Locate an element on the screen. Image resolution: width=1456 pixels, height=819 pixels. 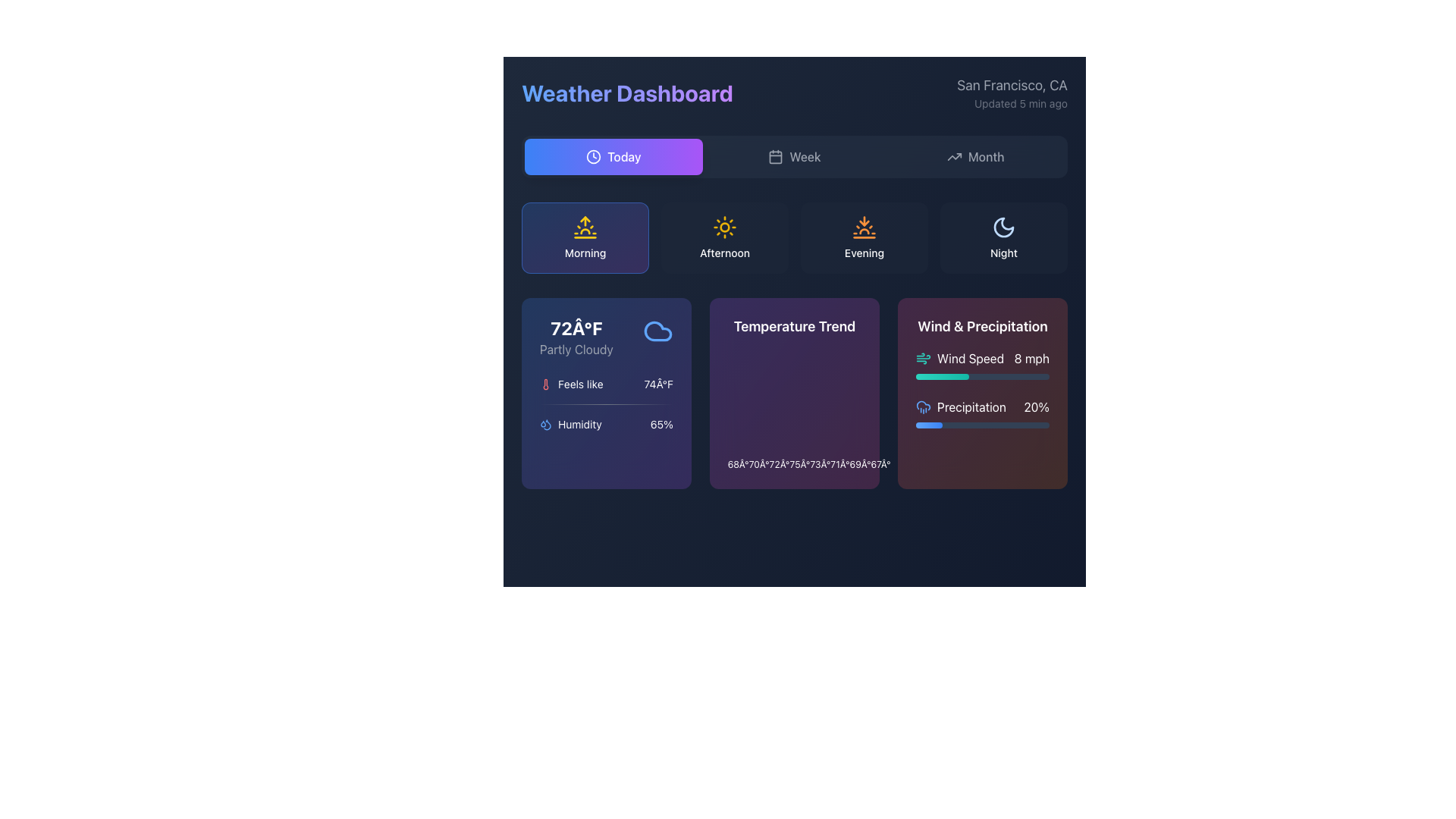
the Informational card titled 'Wind & Precipitation', which is located in the bottom-right corner of the layout, specifically as the third card in a series of three cards is located at coordinates (983, 393).